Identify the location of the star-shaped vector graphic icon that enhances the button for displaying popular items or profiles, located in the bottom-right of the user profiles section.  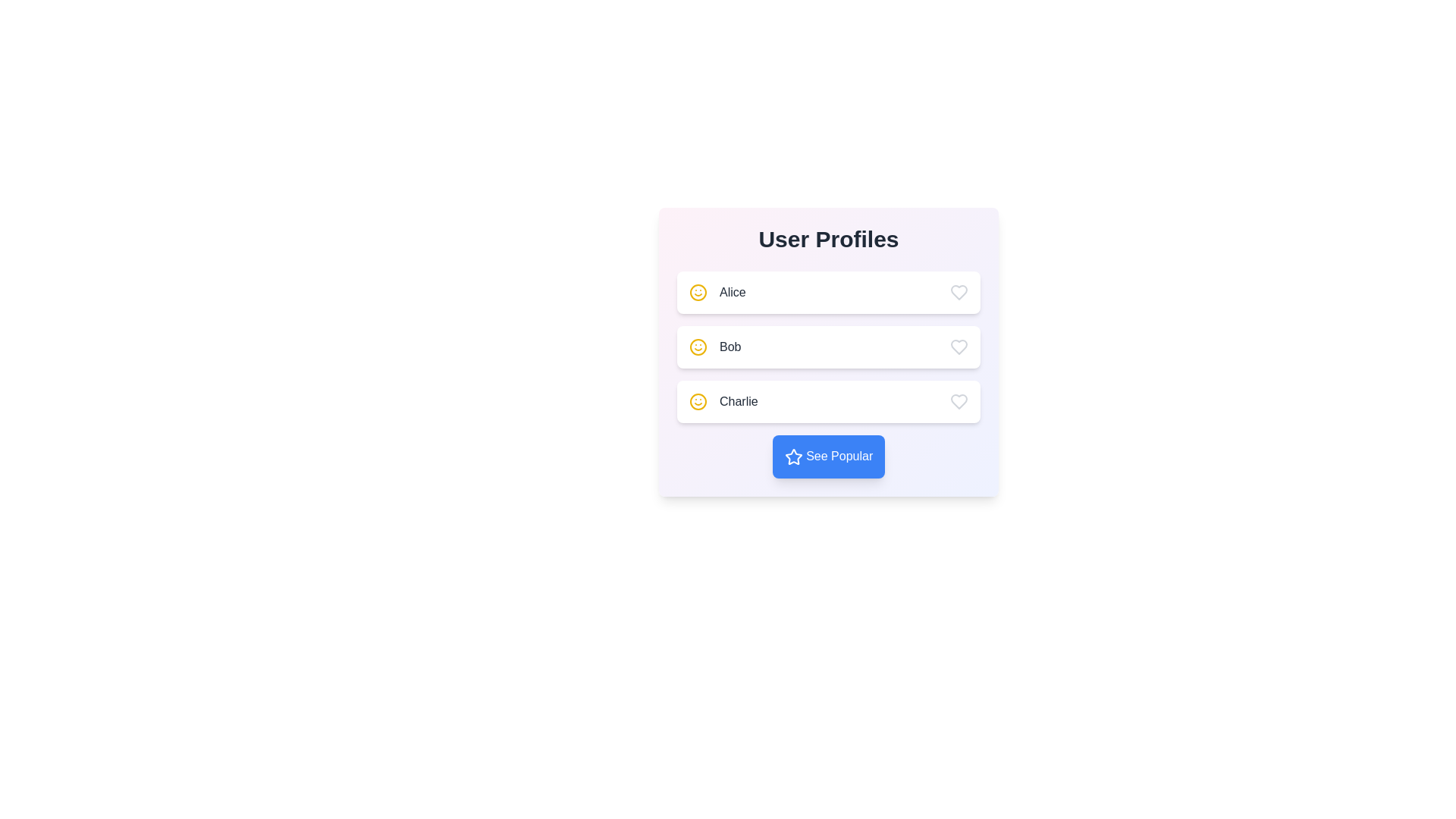
(792, 456).